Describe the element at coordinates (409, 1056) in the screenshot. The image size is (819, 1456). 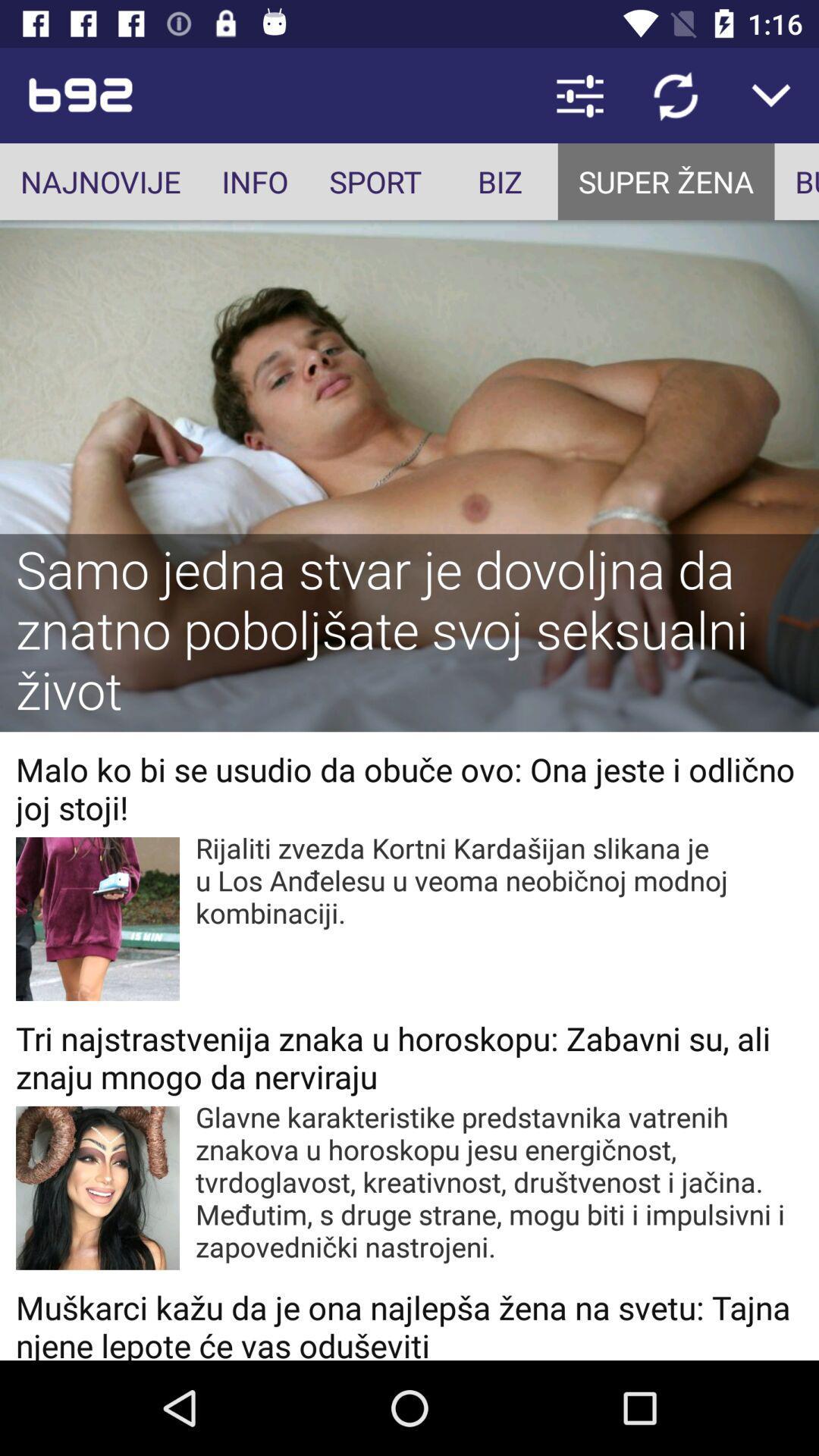
I see `icon above the glavne karakteristike predstavnika item` at that location.